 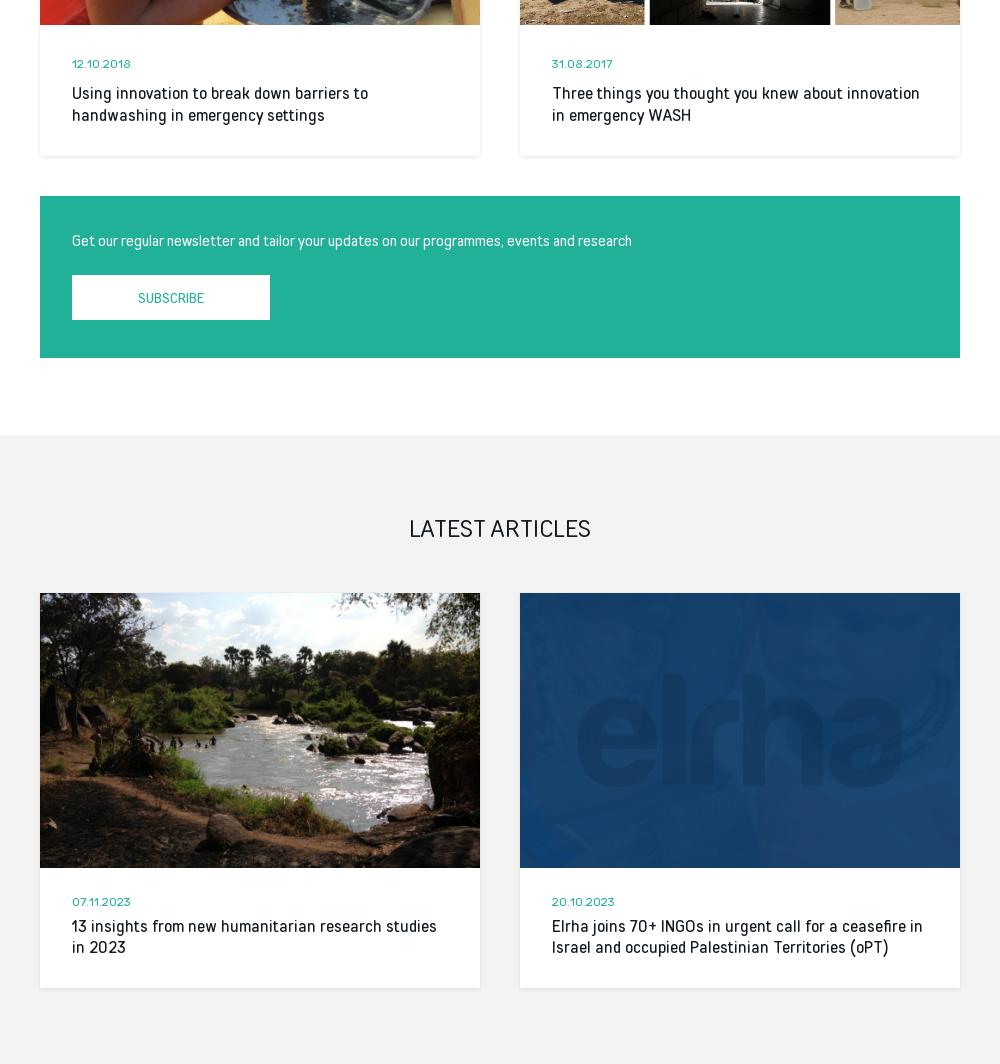 I want to click on '20.10.2023', so click(x=552, y=900).